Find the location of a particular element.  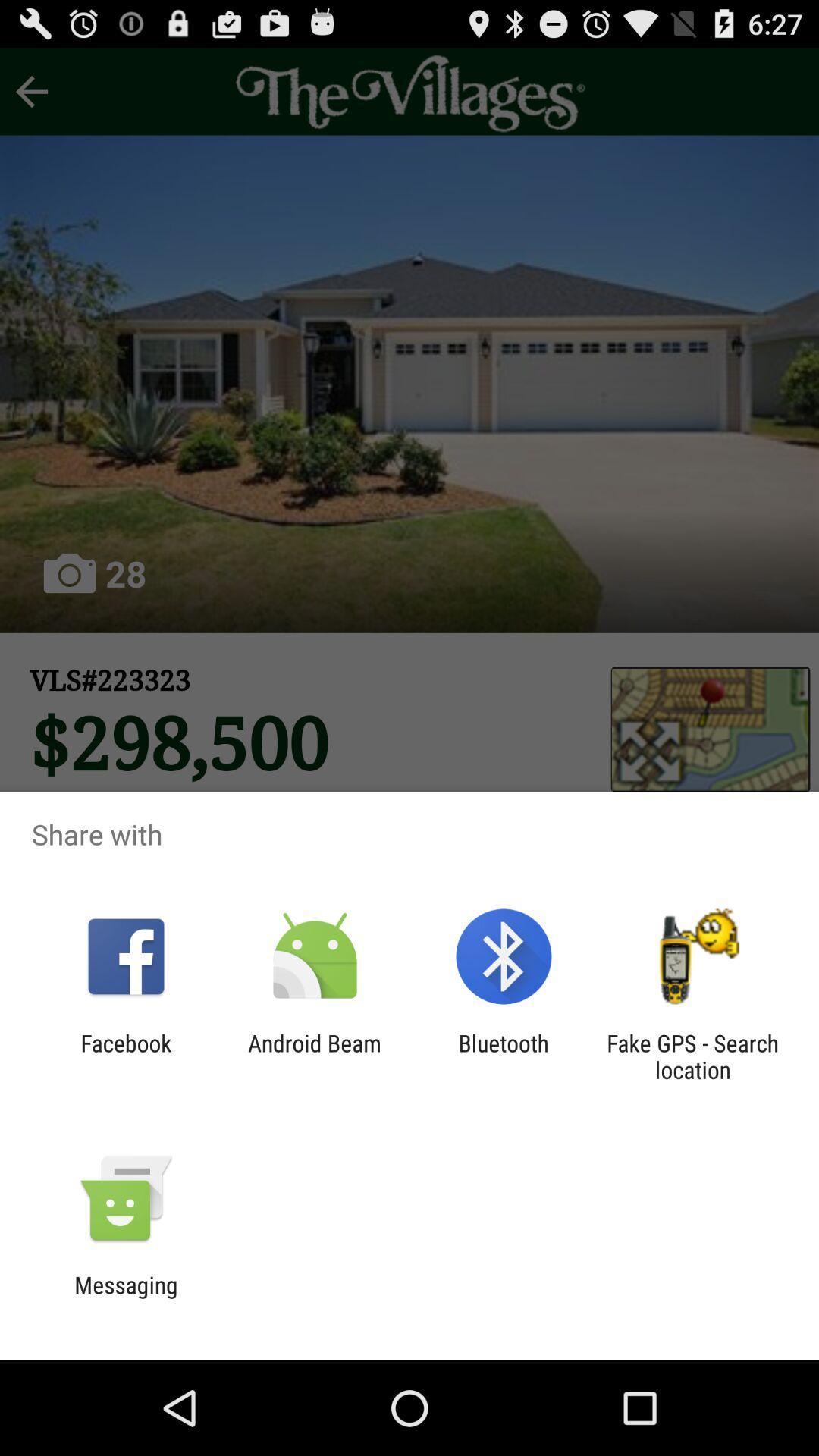

the icon next to bluetooth is located at coordinates (692, 1056).